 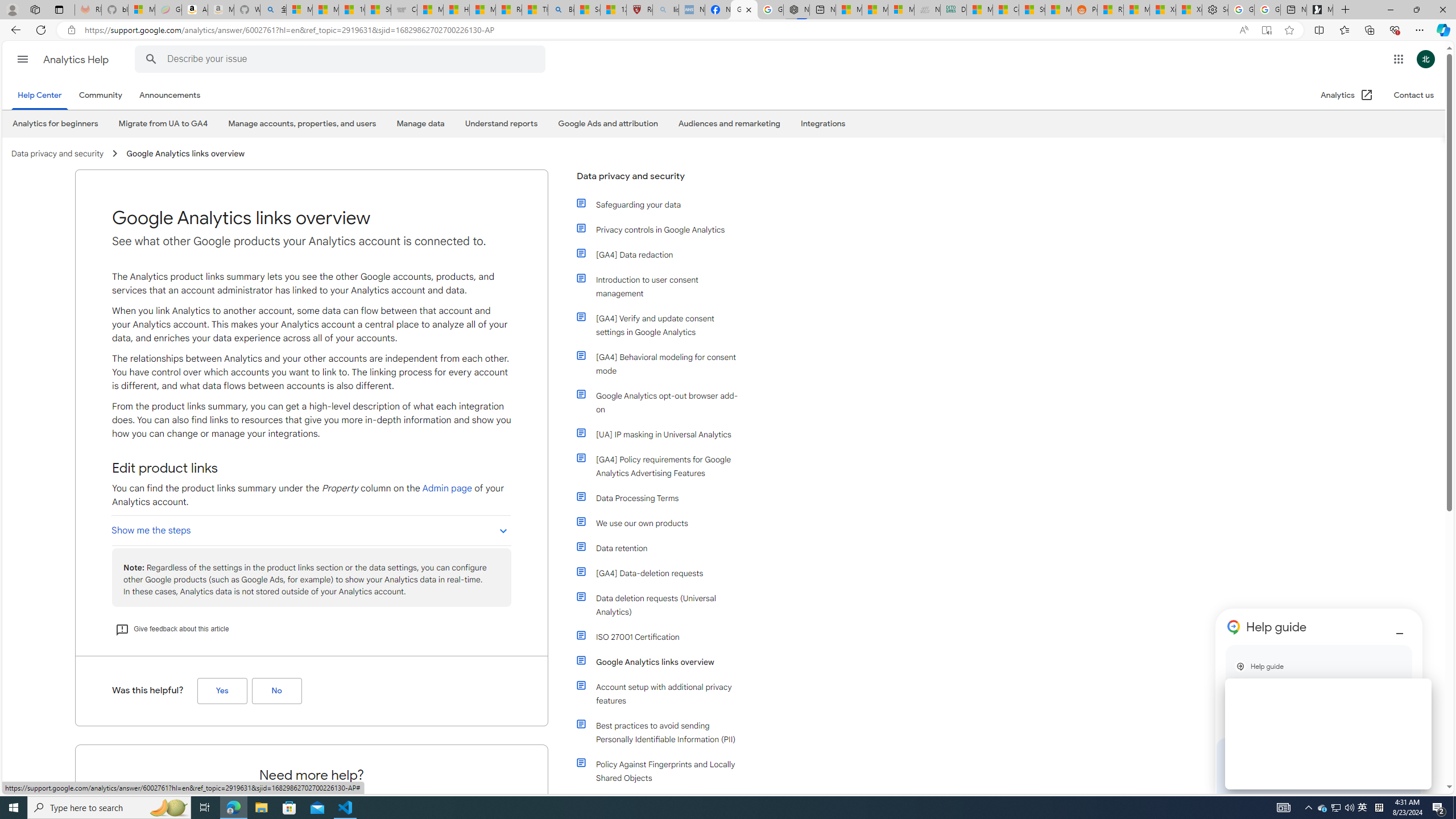 I want to click on 'DITOGAMES AG Imprint', so click(x=953, y=9).